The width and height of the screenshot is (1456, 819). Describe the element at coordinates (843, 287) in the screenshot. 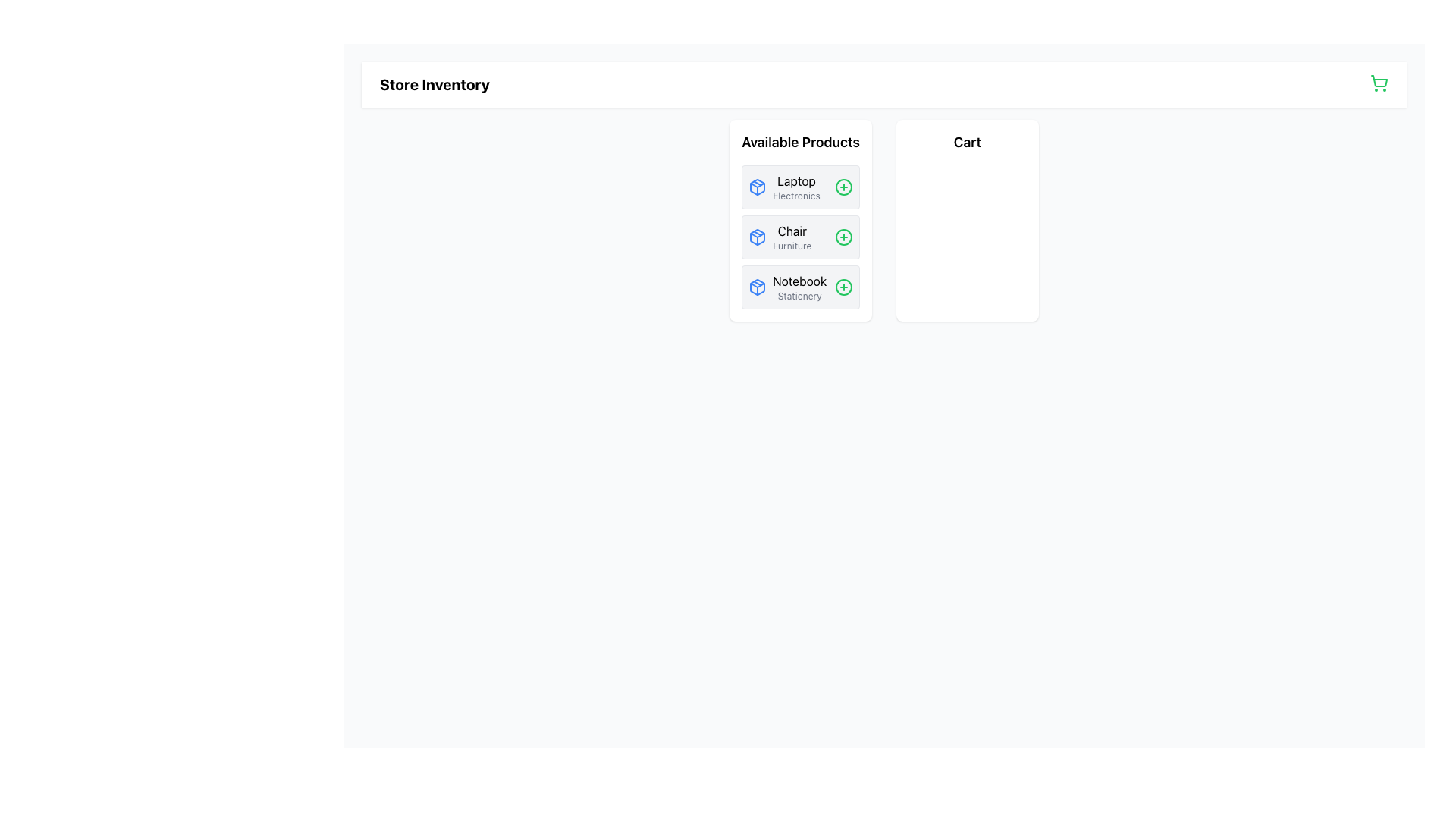

I see `the circular decorative element featuring a green '+' icon located to the right of the 'Notebook Stationary' list entry in the 'Available Products' section` at that location.